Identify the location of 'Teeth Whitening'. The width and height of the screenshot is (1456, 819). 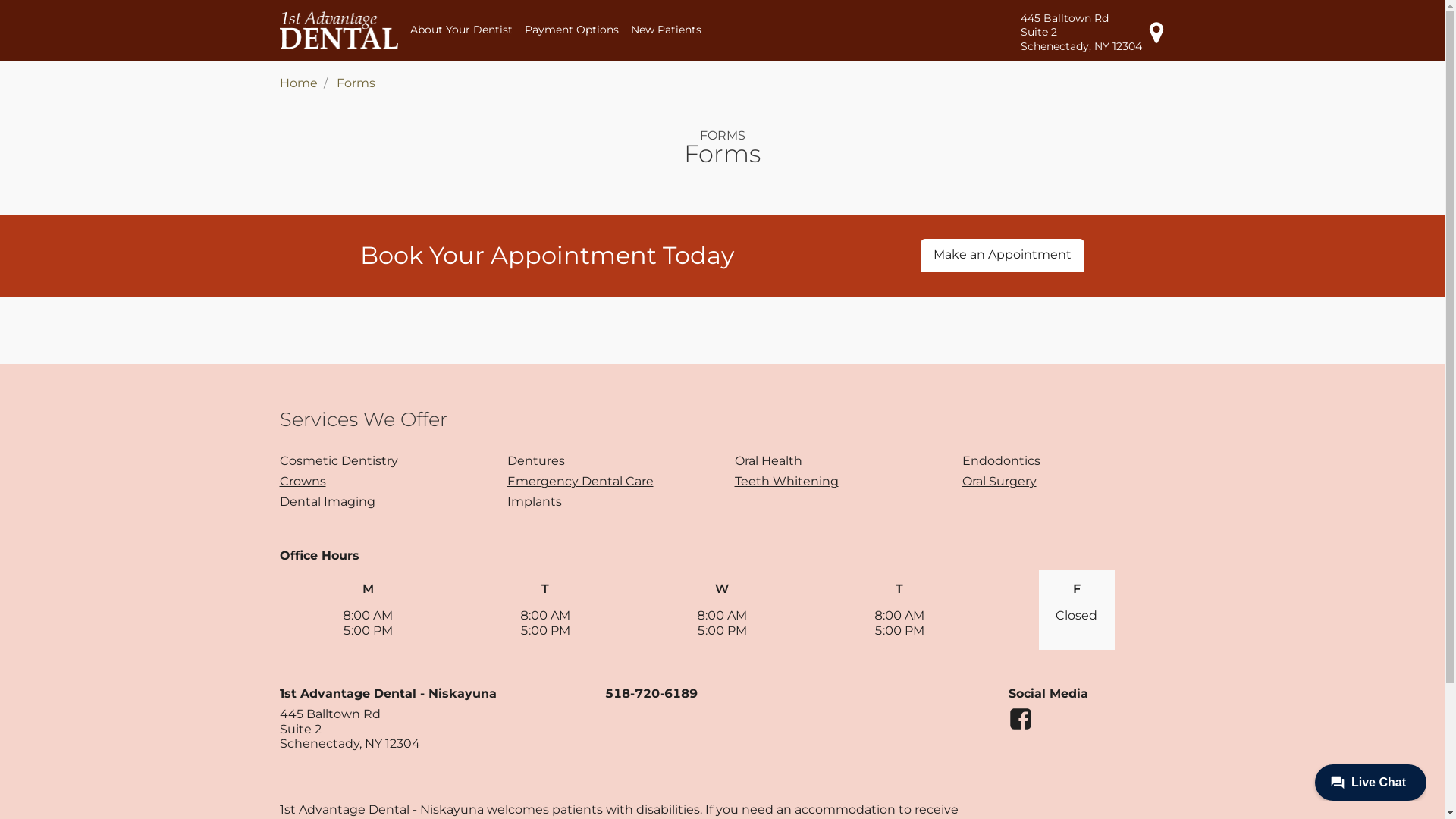
(786, 481).